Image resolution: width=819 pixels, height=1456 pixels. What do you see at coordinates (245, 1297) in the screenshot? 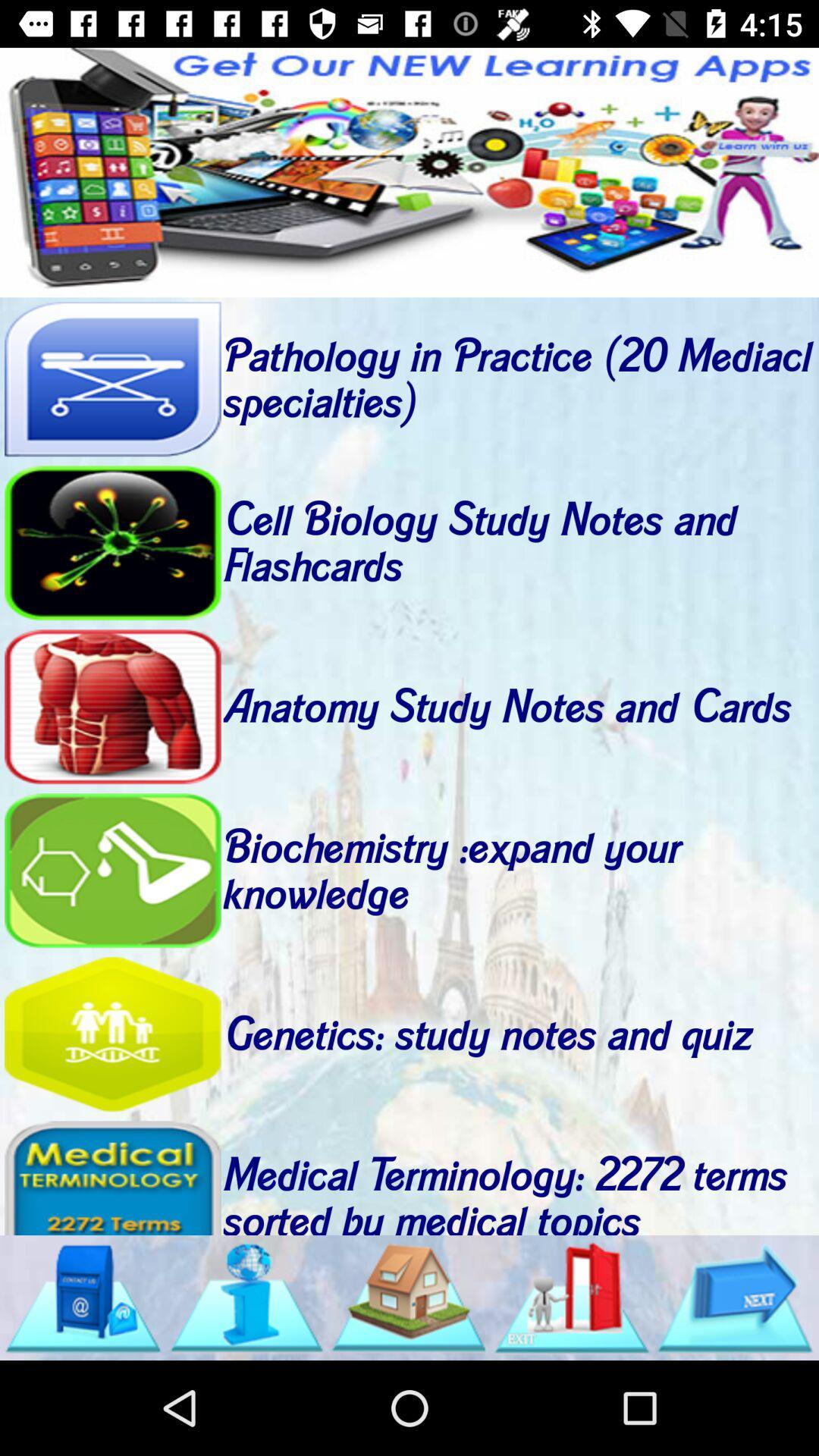
I see `internet search` at bounding box center [245, 1297].